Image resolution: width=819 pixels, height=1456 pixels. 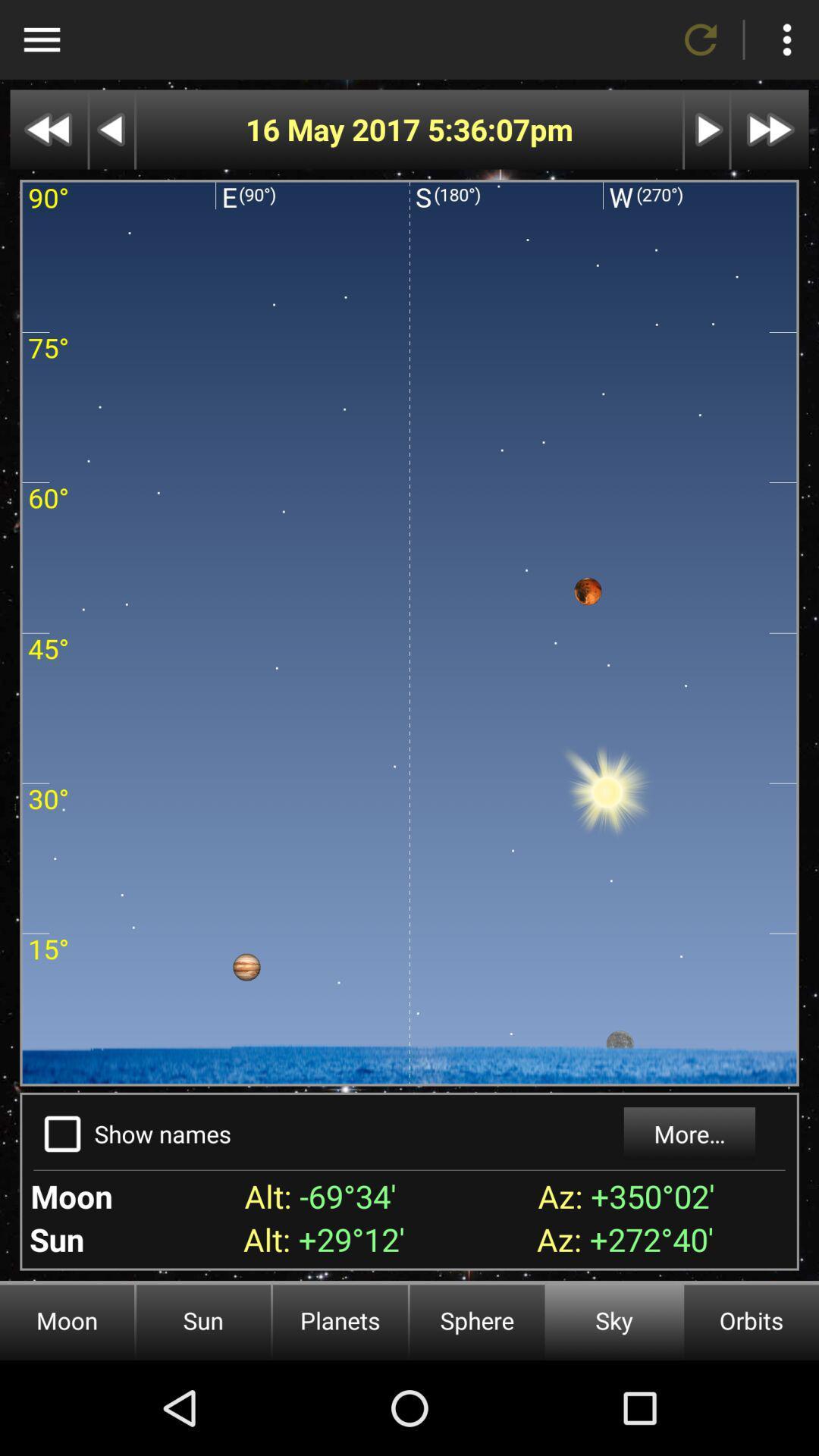 What do you see at coordinates (707, 130) in the screenshot?
I see `fast forward buttong` at bounding box center [707, 130].